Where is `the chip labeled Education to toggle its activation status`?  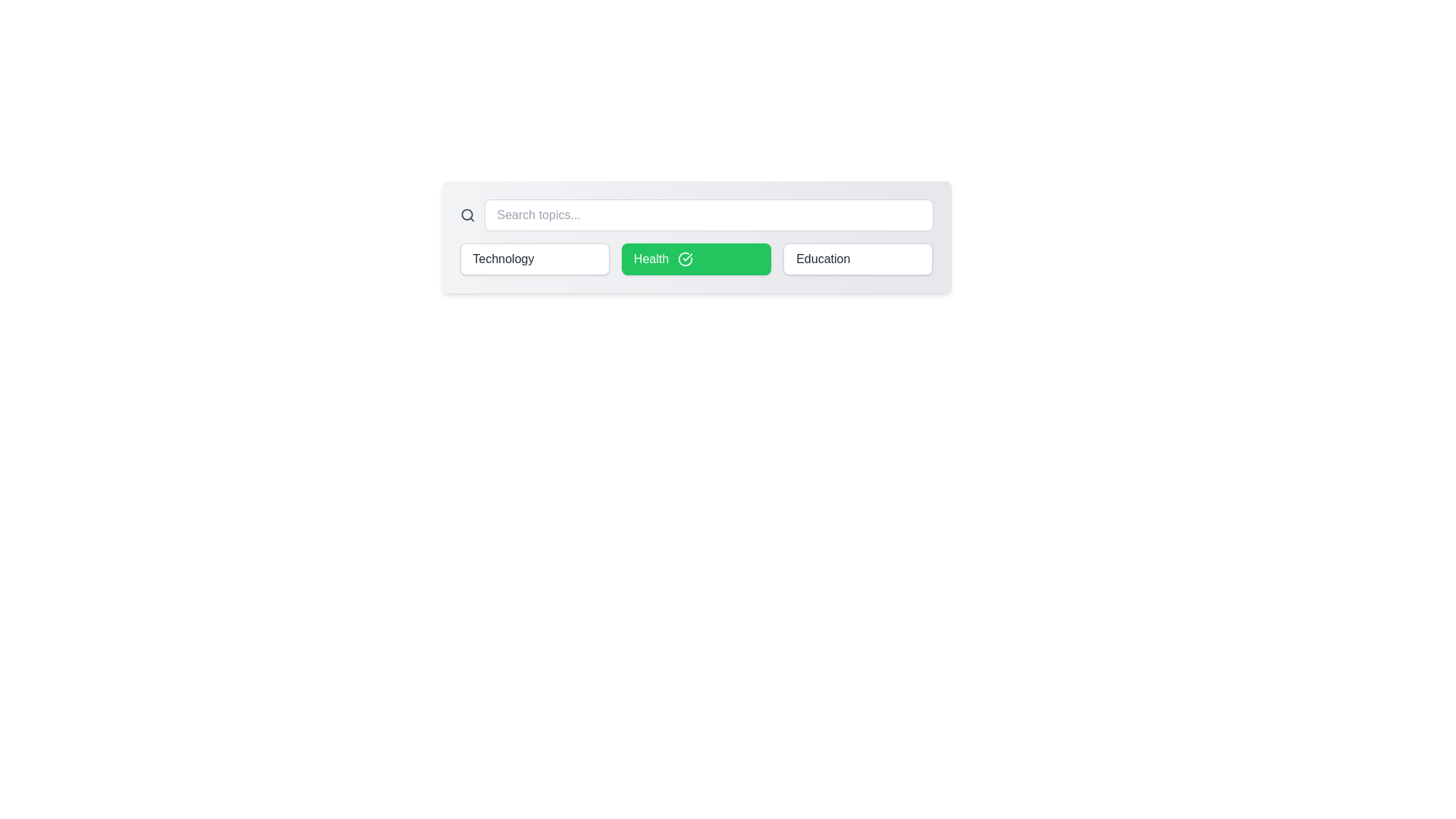 the chip labeled Education to toggle its activation status is located at coordinates (858, 259).